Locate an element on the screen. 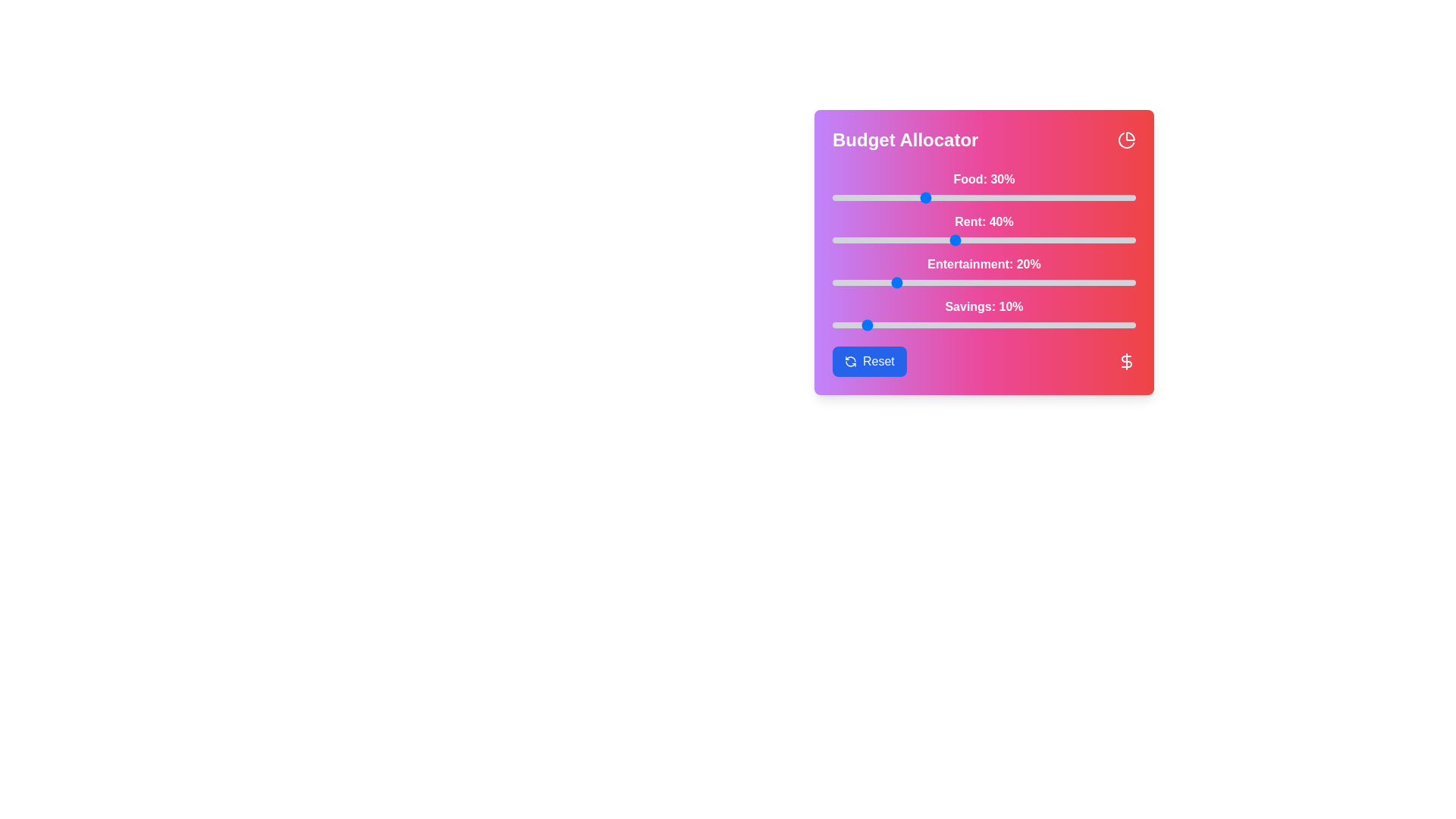 The height and width of the screenshot is (819, 1456). the rent slider is located at coordinates (1018, 239).